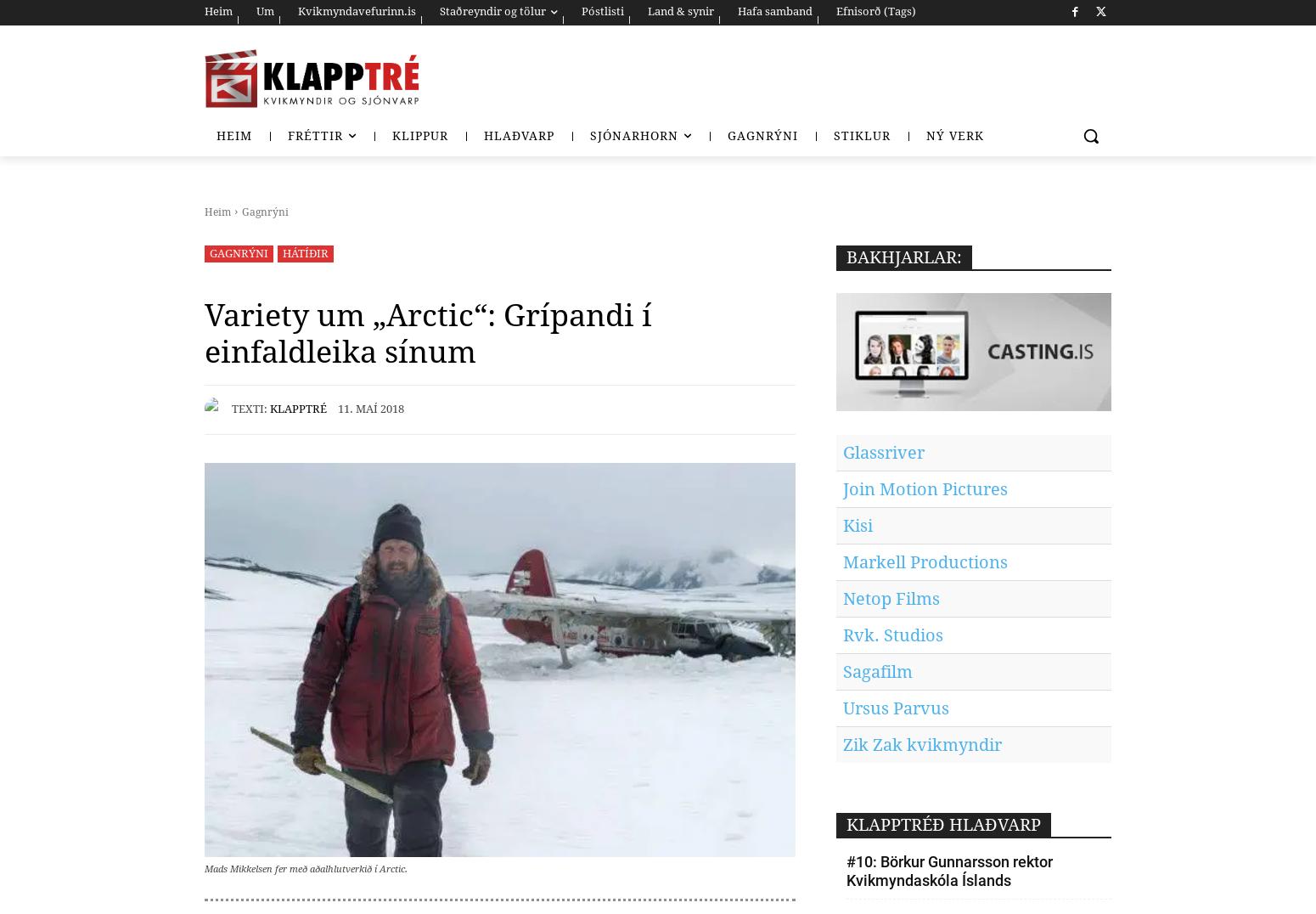  What do you see at coordinates (862, 136) in the screenshot?
I see `'Stiklur'` at bounding box center [862, 136].